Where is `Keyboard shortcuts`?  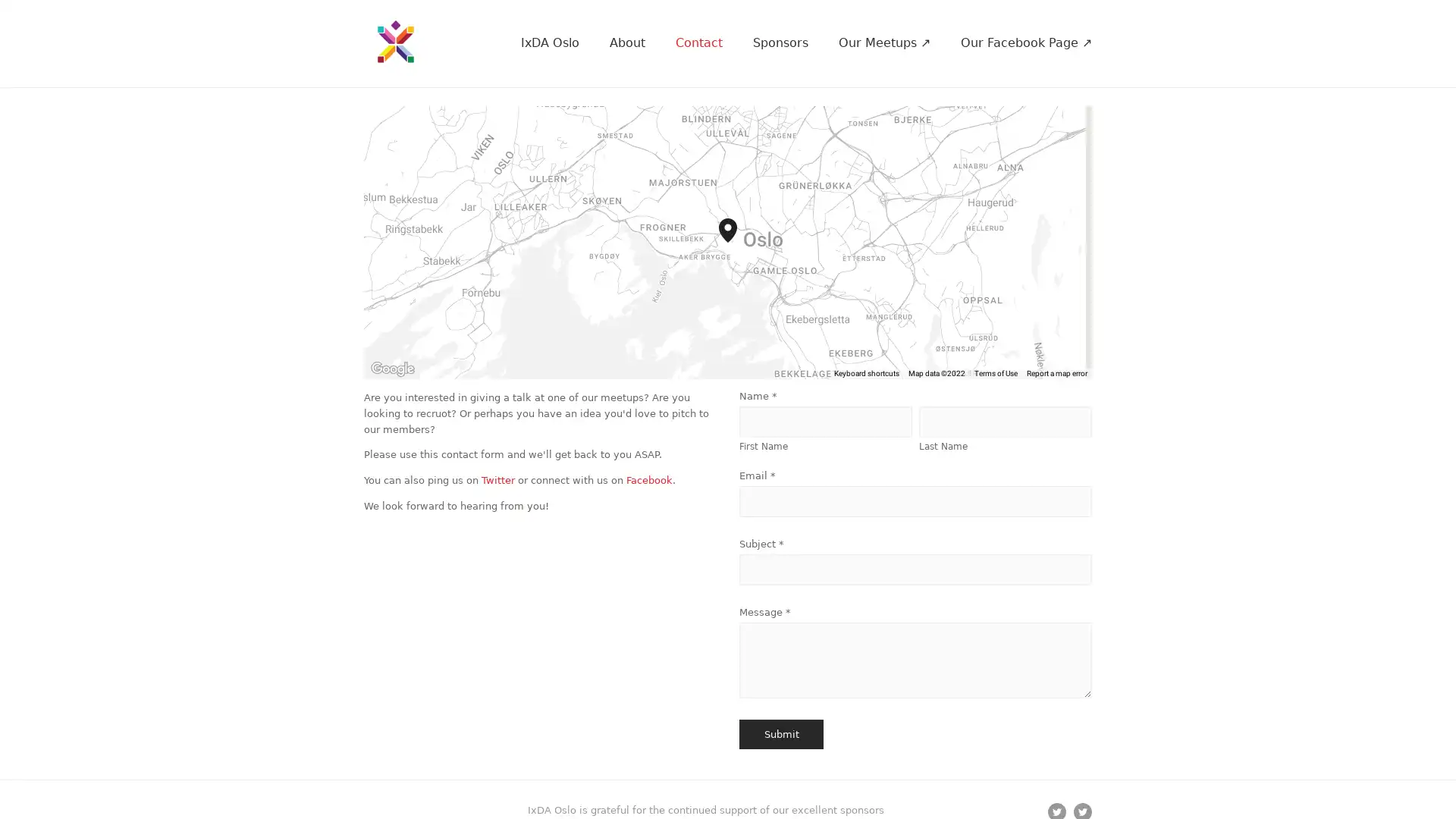
Keyboard shortcuts is located at coordinates (892, 374).